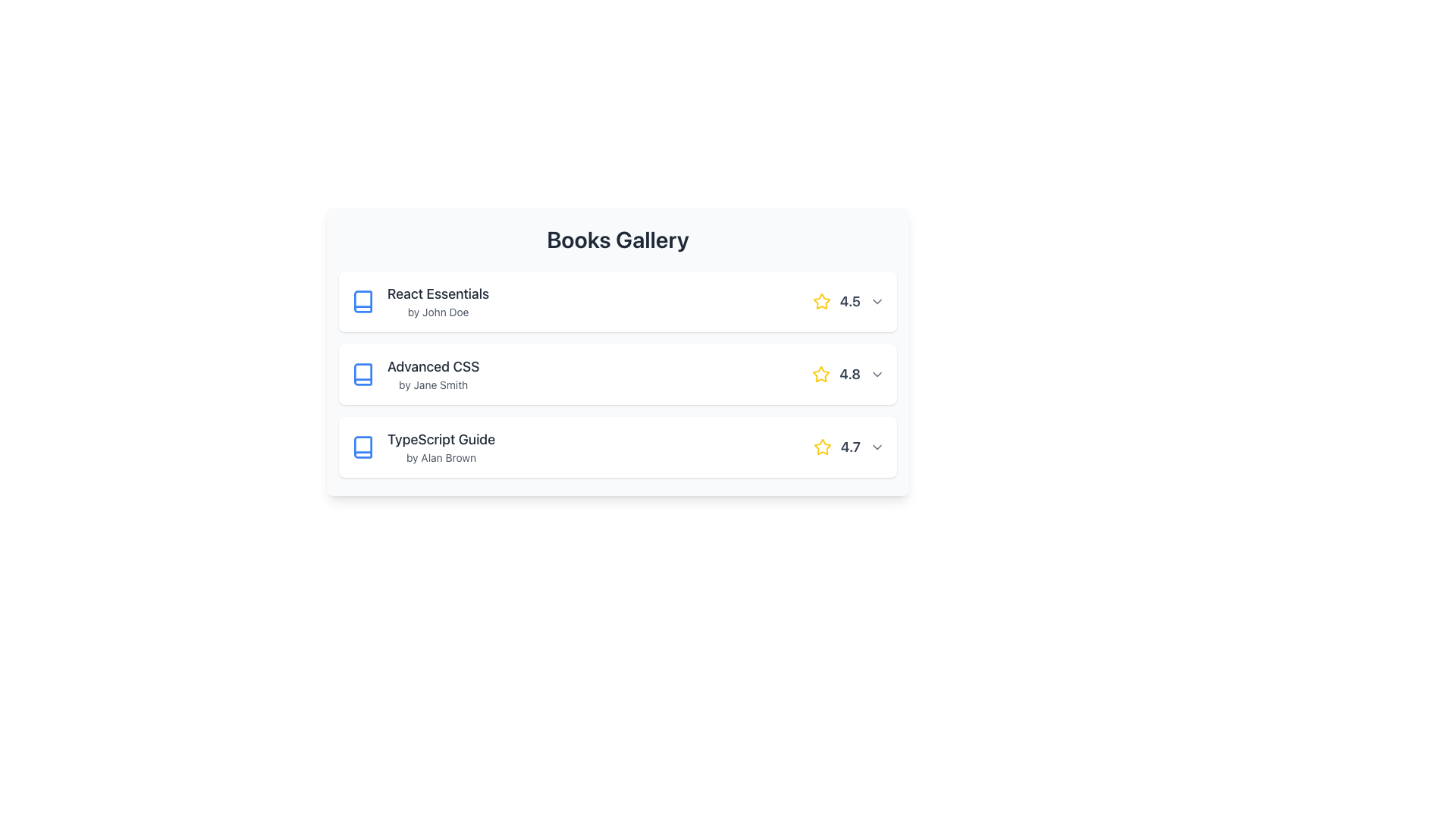 The image size is (1456, 819). I want to click on the static text that reads 'by Jane Smith', which is a small, gray-colored text located directly below the bold title 'Advanced CSS', so click(432, 384).